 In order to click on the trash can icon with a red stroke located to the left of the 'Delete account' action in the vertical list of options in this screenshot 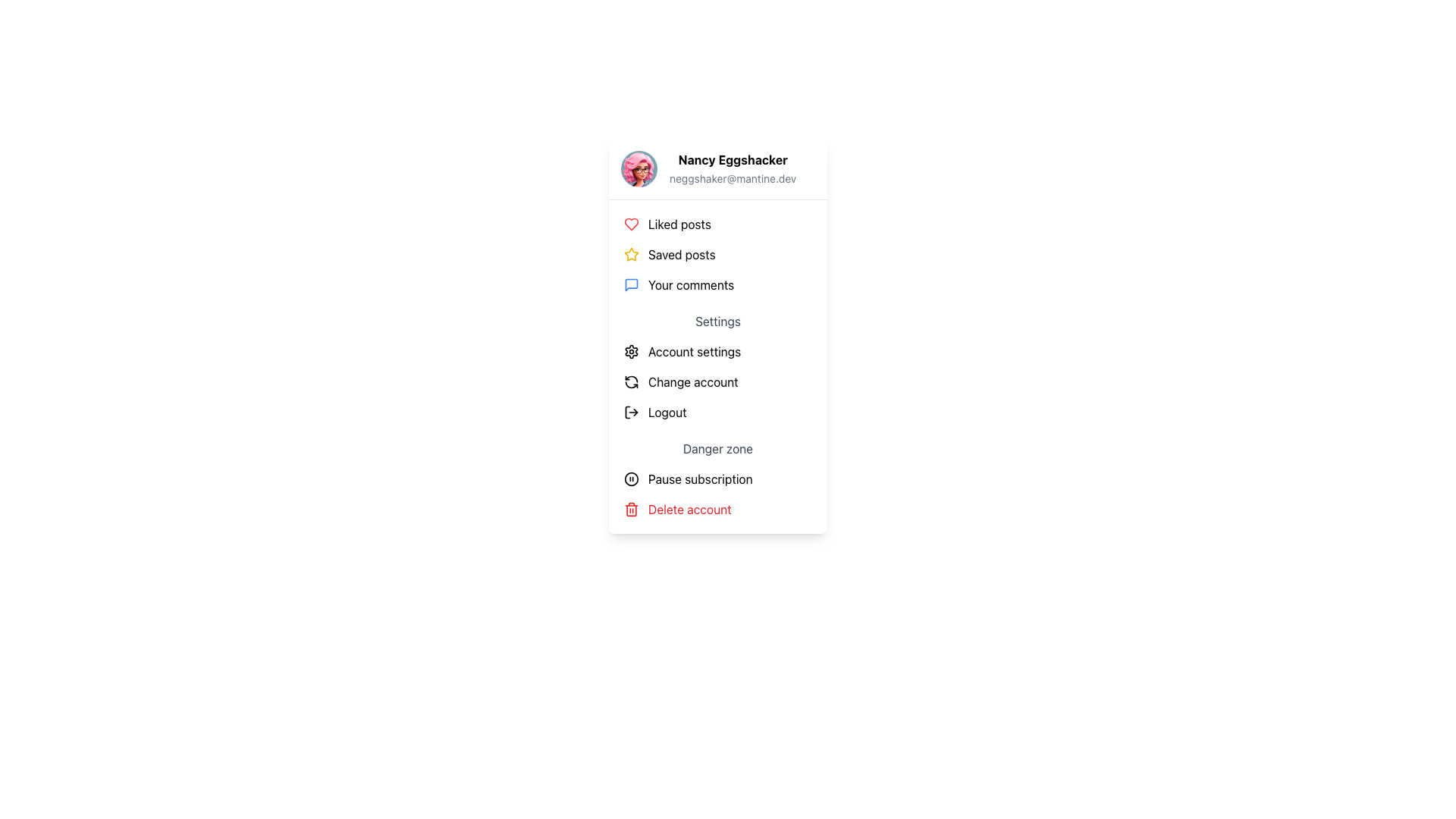, I will do `click(632, 509)`.